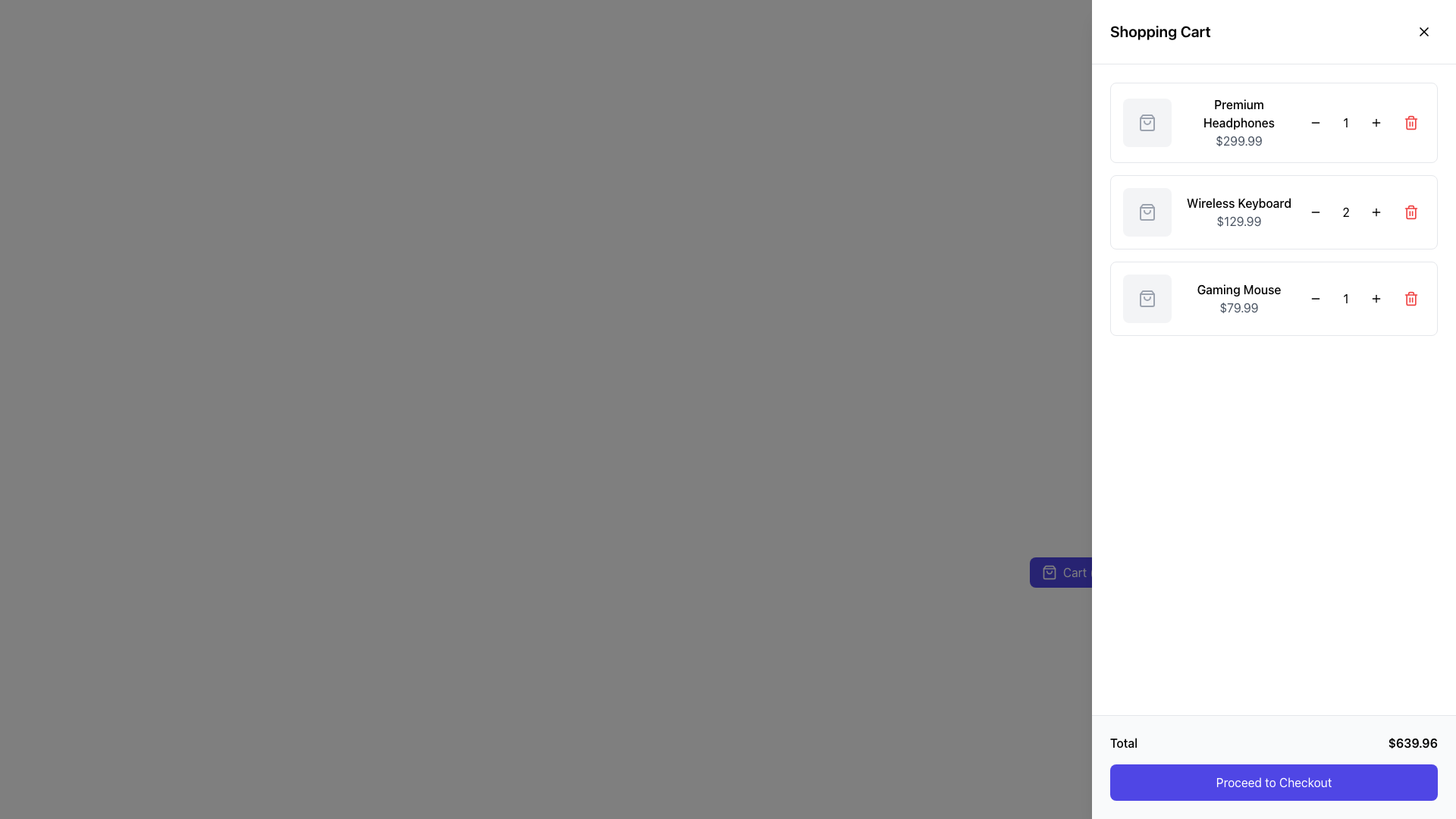 The height and width of the screenshot is (819, 1456). Describe the element at coordinates (1238, 212) in the screenshot. I see `the text element displaying the product details for 'Wireless Keyboard' priced at '$129.99', located in the second entry of the shopping cart list` at that location.